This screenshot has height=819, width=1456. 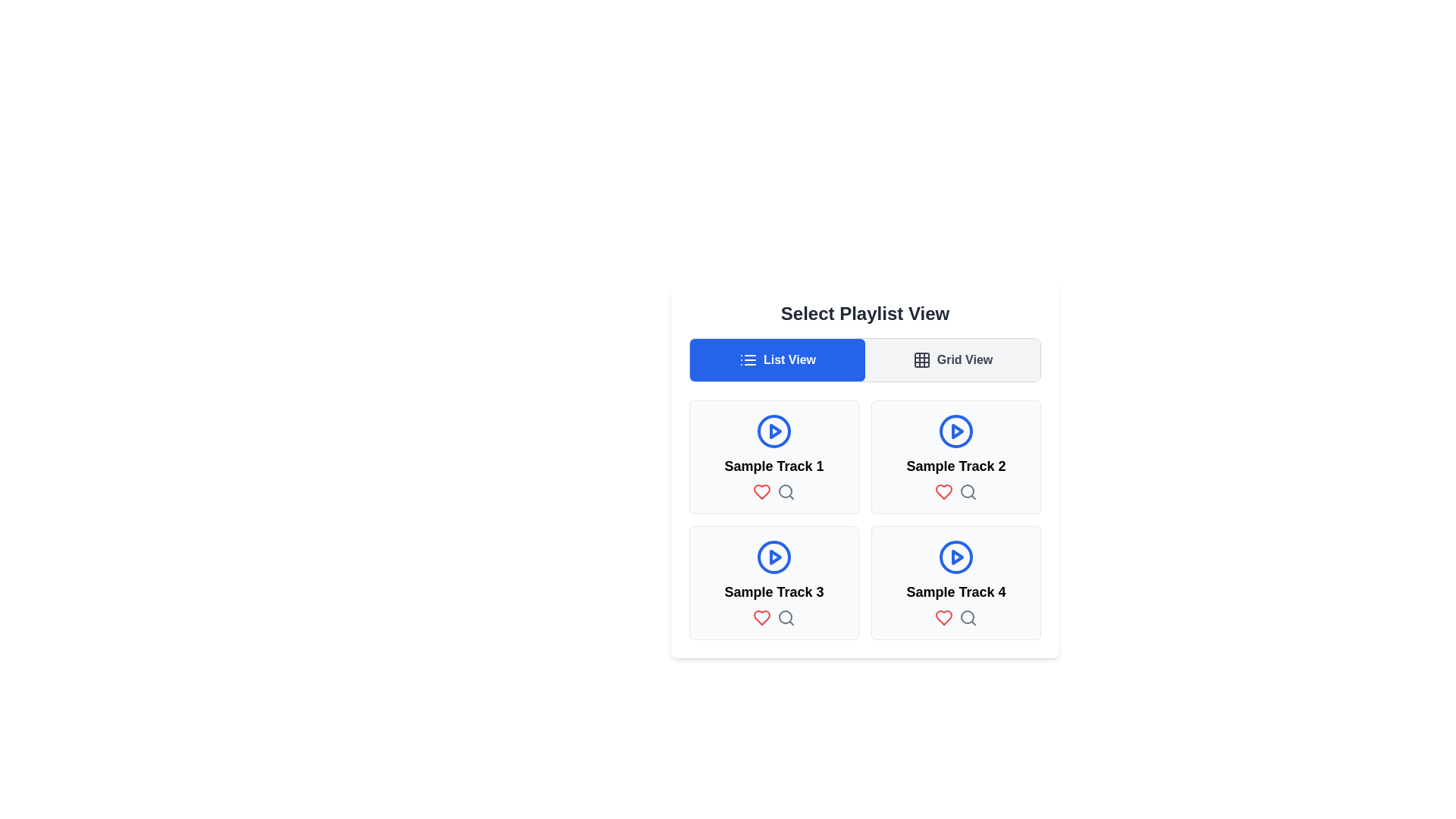 I want to click on the text label that displays the title or name of the track in the top-left card of the four-card grid, positioned below the circular play button and above the heart and magnifying glass icons, so click(x=774, y=465).